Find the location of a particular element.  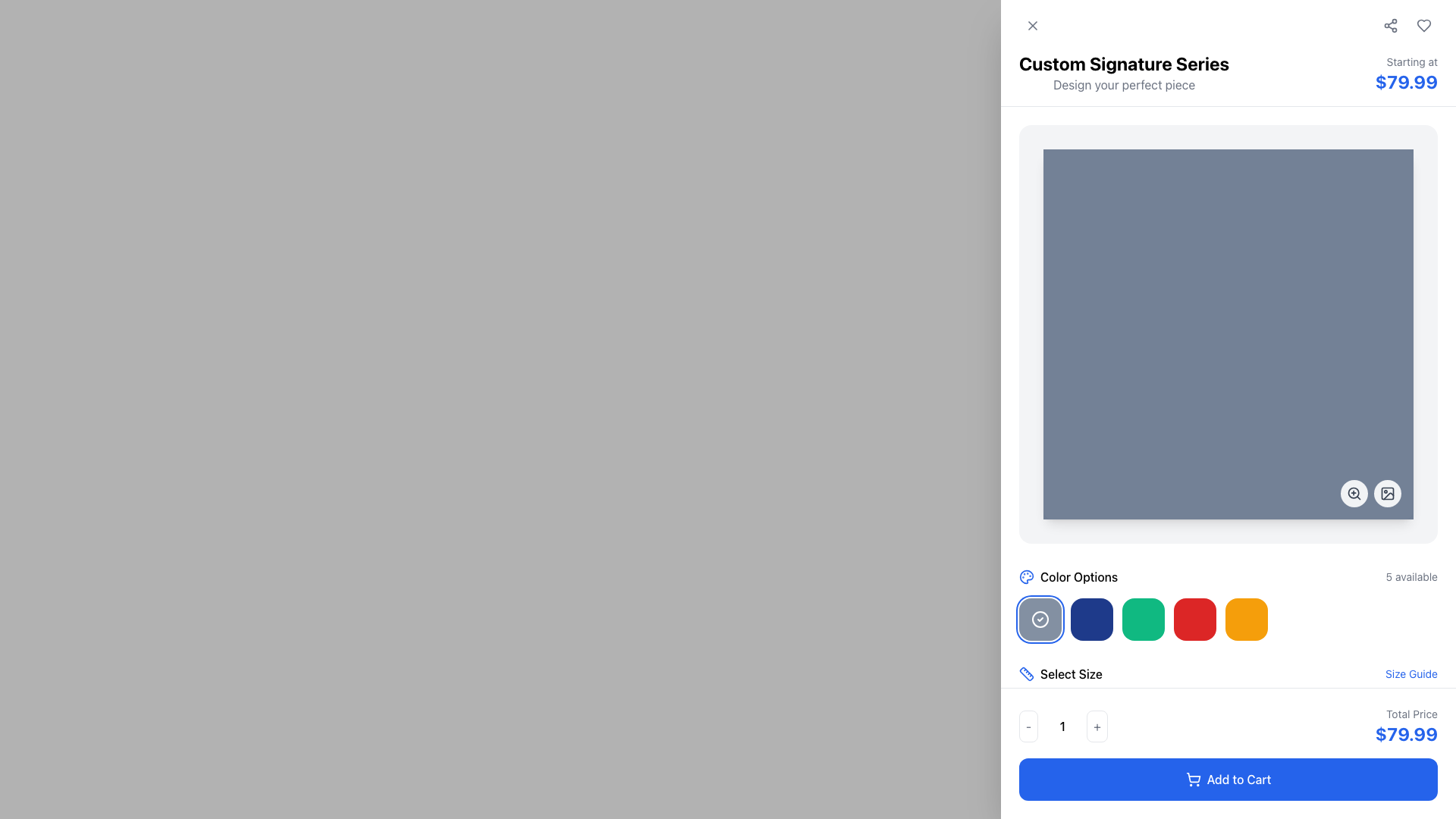

the label heading titled 'Material' which is located near the top of the material selection panel, above the list of material options is located at coordinates (1228, 765).